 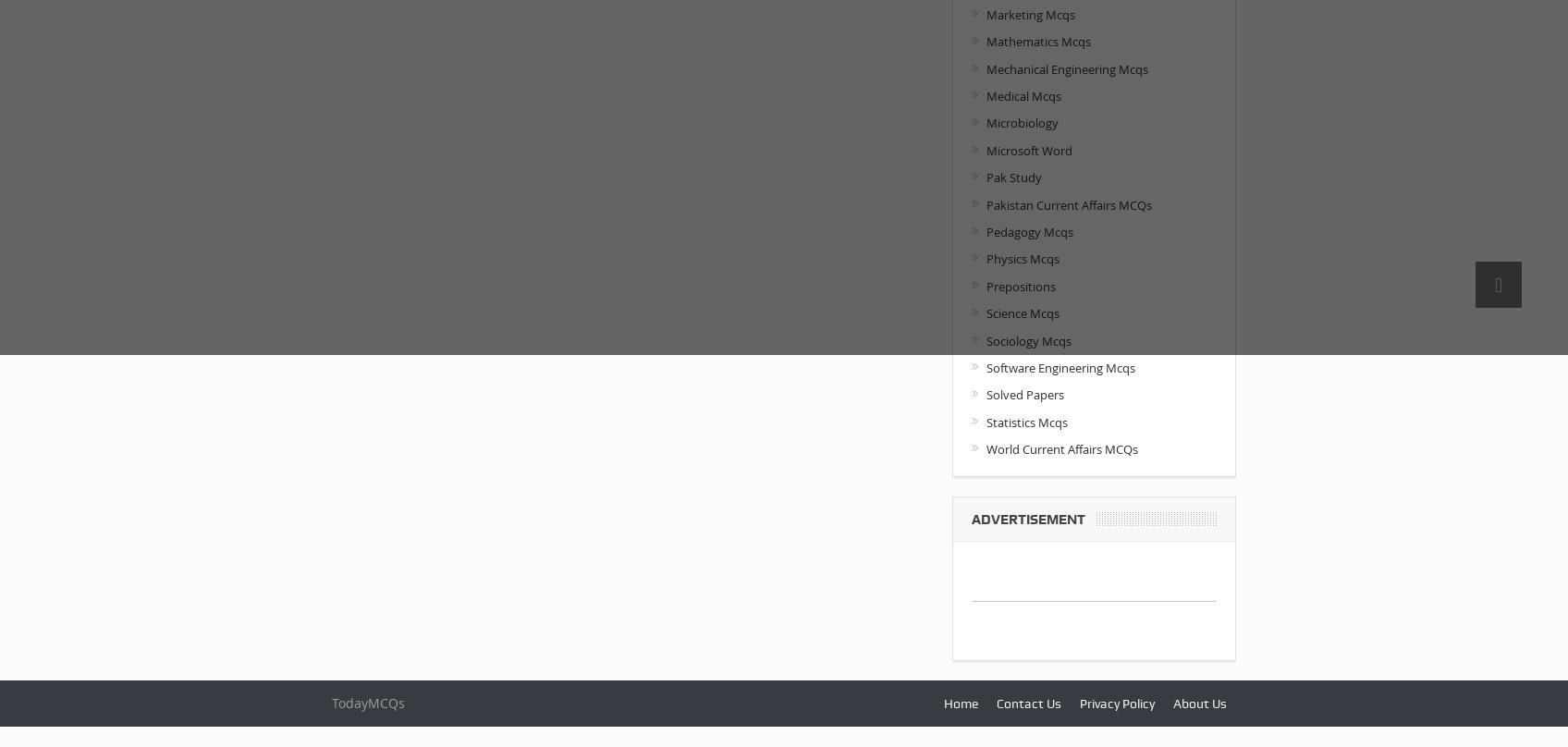 What do you see at coordinates (1028, 149) in the screenshot?
I see `'Microsoft Word'` at bounding box center [1028, 149].